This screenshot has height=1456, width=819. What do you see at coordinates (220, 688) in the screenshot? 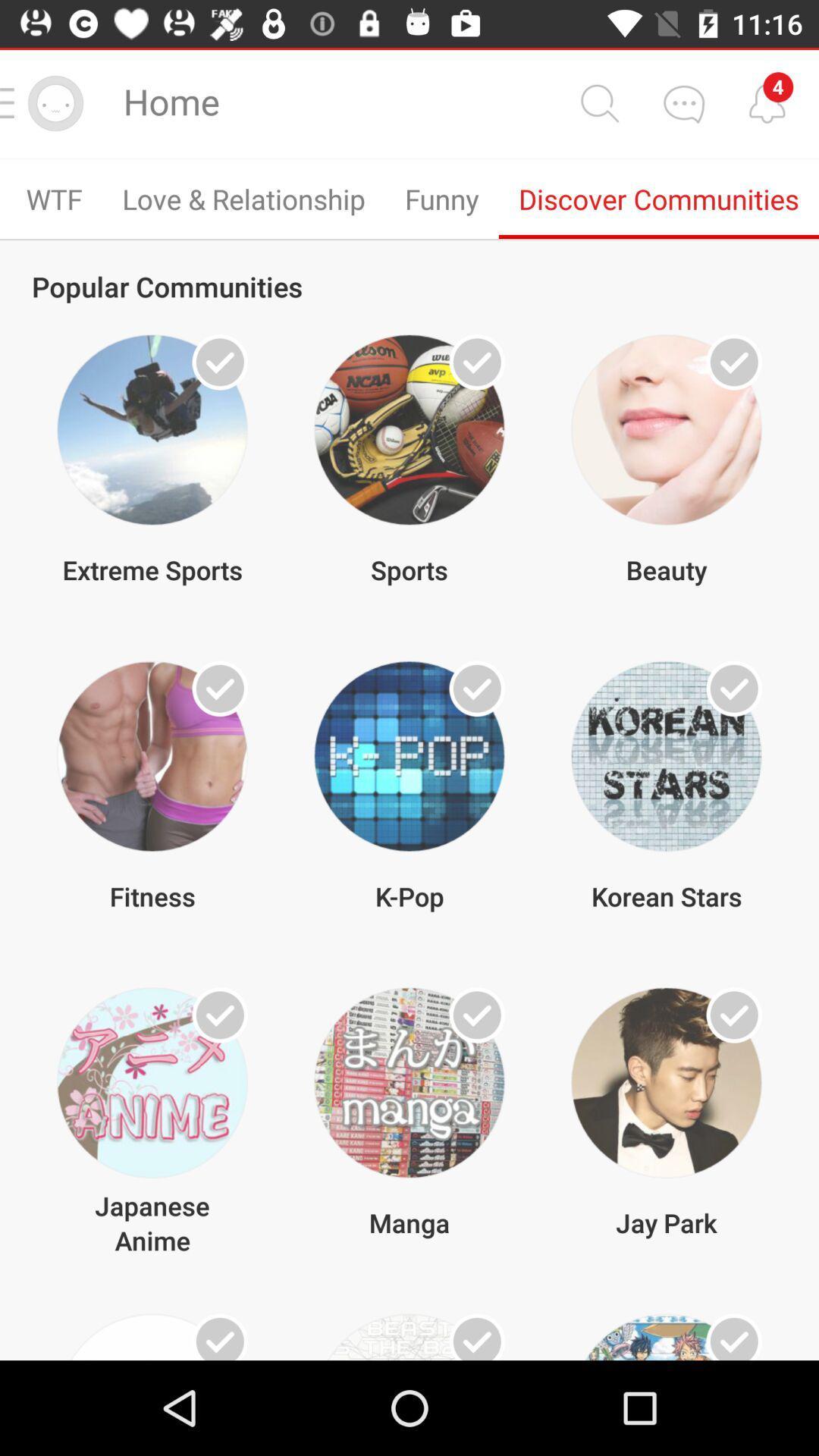
I see `check box for fitness` at bounding box center [220, 688].